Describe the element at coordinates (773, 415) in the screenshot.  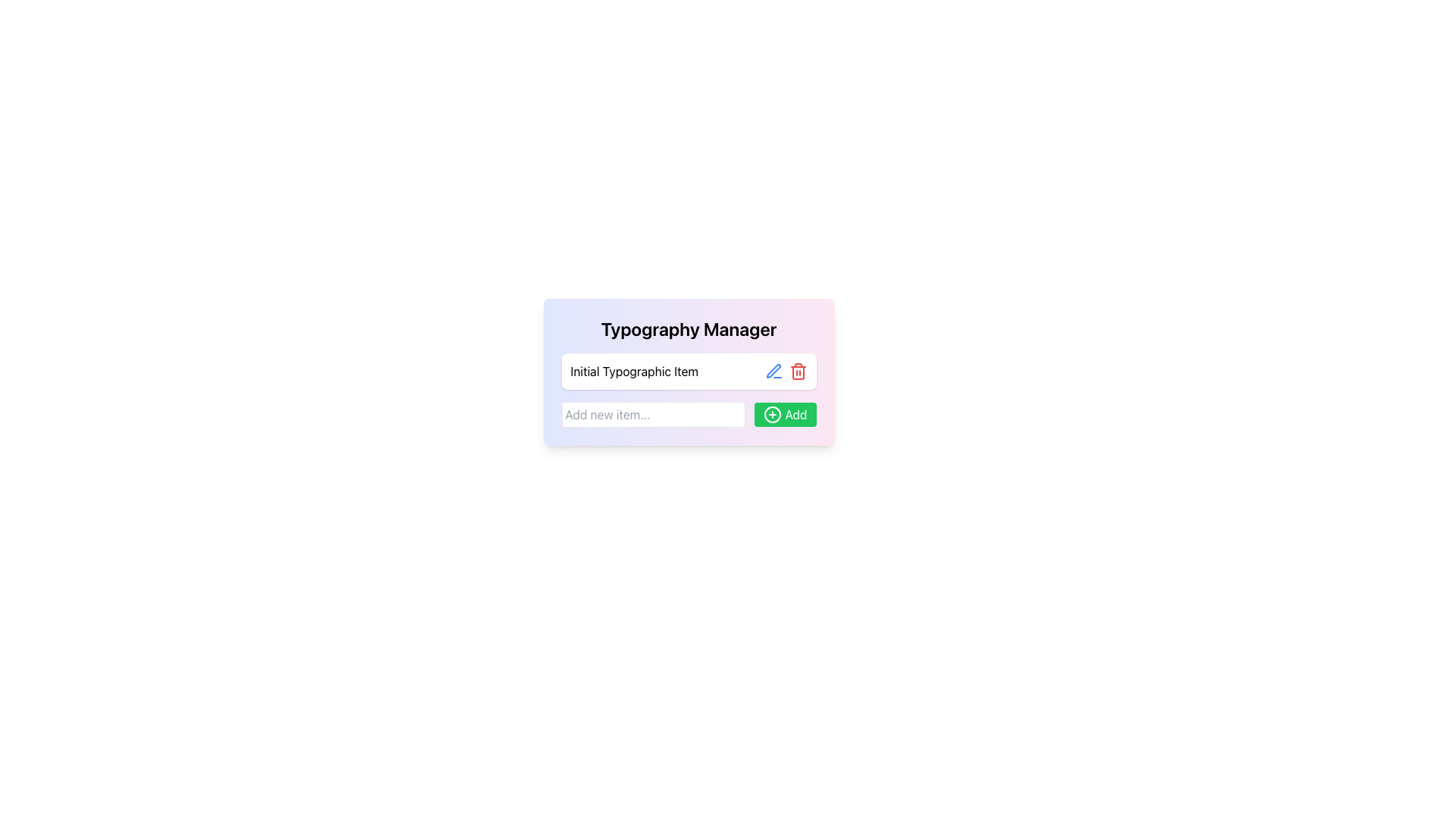
I see `circular '+' icon within the green 'Add' button located at the bottom-right corner of the 'Typography Manager' panel using developer tools` at that location.